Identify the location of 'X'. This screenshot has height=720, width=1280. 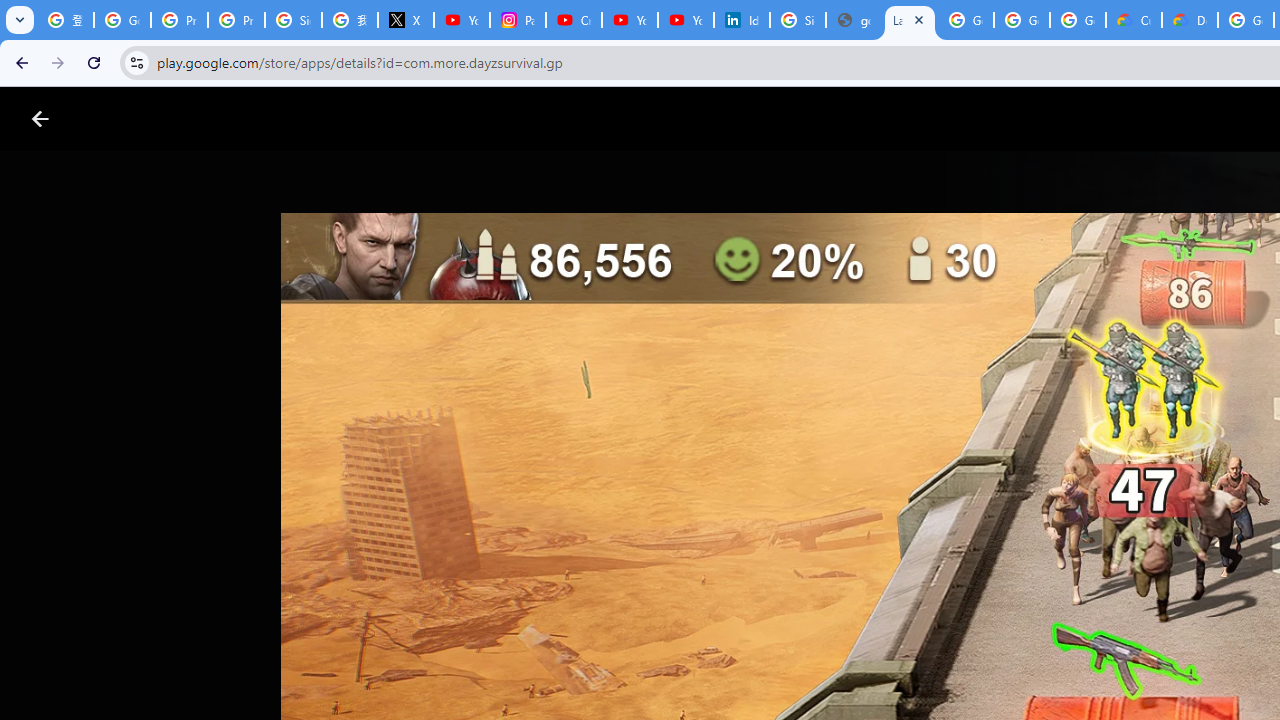
(404, 20).